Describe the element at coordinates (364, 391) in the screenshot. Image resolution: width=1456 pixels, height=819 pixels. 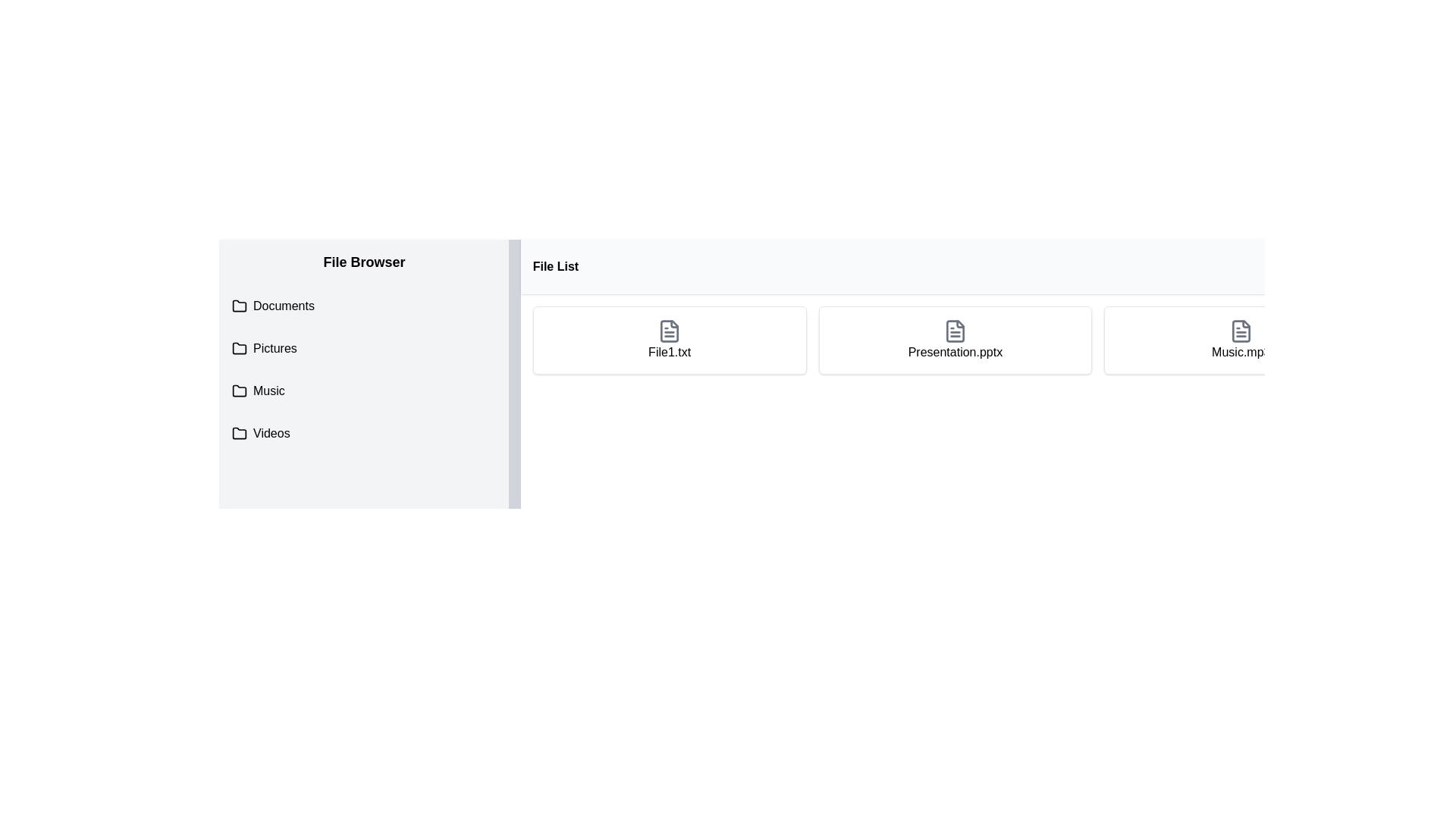
I see `the third list item labeled 'Music' in the file browser sidebar` at that location.